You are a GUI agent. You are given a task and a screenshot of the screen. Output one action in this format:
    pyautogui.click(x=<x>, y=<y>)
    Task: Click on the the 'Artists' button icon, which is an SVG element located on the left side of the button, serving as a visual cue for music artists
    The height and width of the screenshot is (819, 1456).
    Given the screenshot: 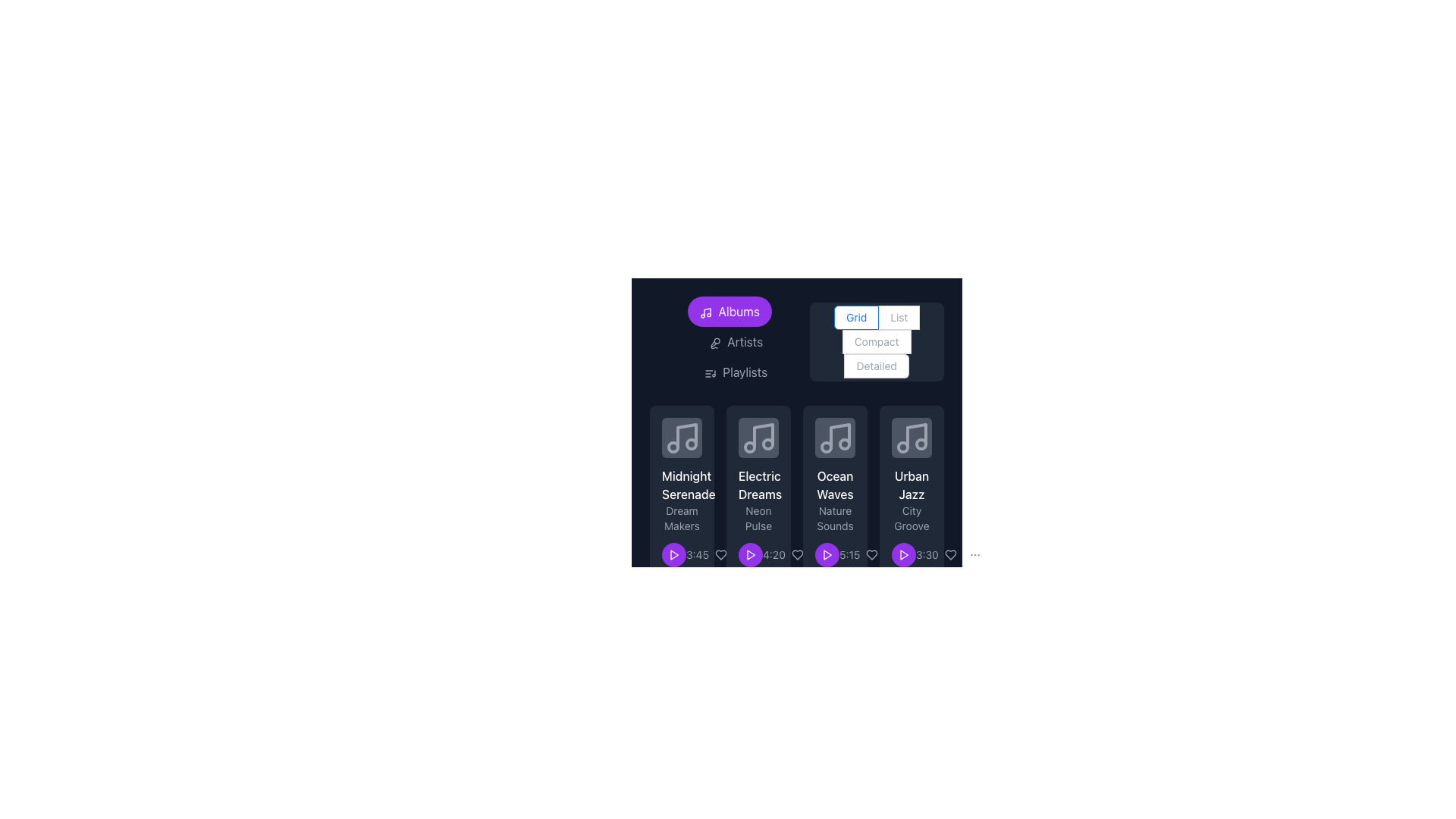 What is the action you would take?
    pyautogui.click(x=714, y=343)
    